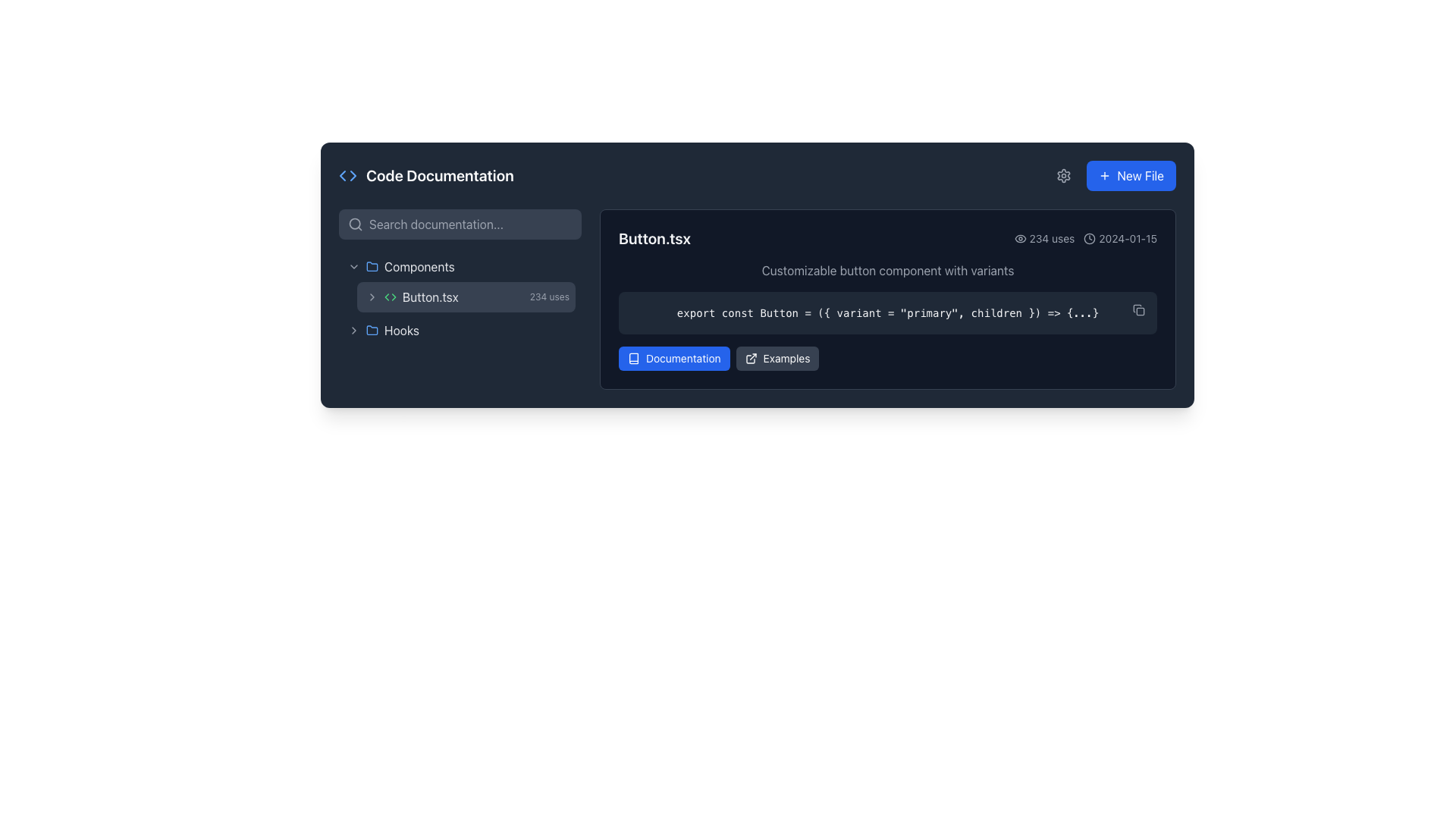 This screenshot has height=819, width=1456. What do you see at coordinates (354, 224) in the screenshot?
I see `the inner circle of the magnifying glass icon located in the search bar section at the top-left corner of the central content area` at bounding box center [354, 224].